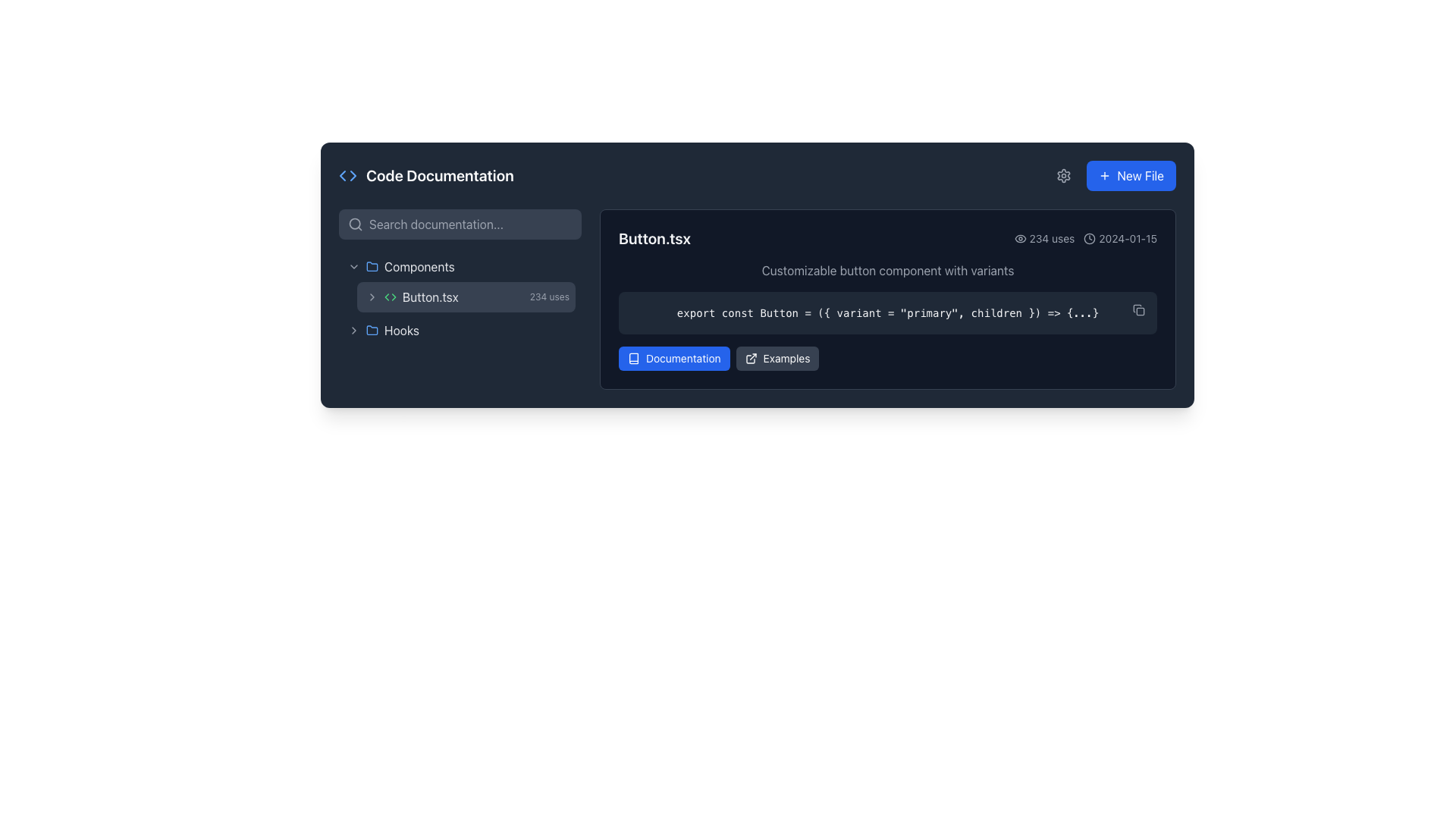 This screenshot has height=819, width=1456. What do you see at coordinates (354, 224) in the screenshot?
I see `the inner circle of the magnifying glass icon located in the search bar section at the top-left corner of the central content area` at bounding box center [354, 224].